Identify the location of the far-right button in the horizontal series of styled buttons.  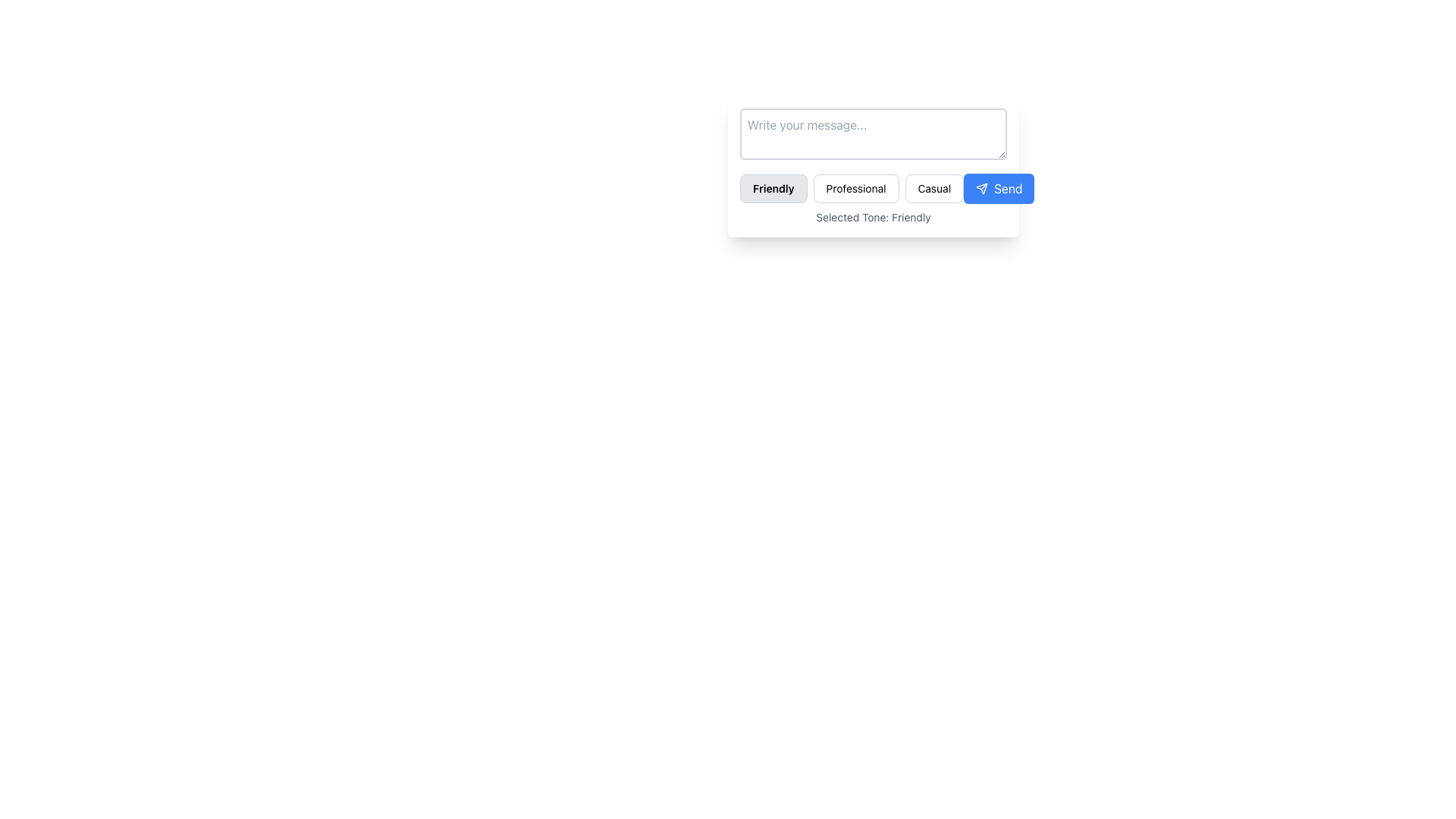
(999, 188).